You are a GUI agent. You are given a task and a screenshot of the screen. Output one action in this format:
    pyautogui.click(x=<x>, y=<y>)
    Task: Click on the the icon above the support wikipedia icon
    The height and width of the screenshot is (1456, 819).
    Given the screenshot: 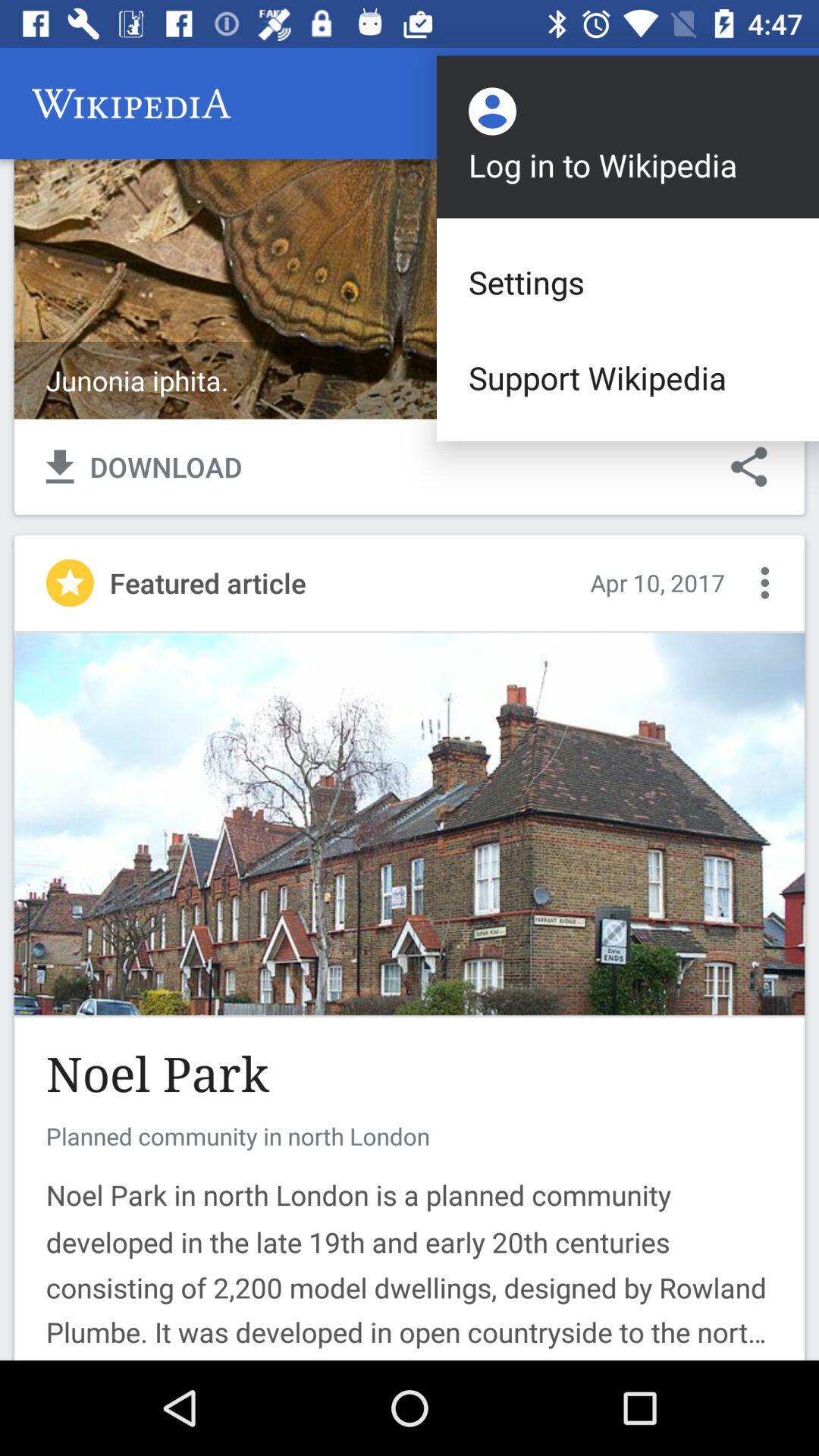 What is the action you would take?
    pyautogui.click(x=628, y=282)
    